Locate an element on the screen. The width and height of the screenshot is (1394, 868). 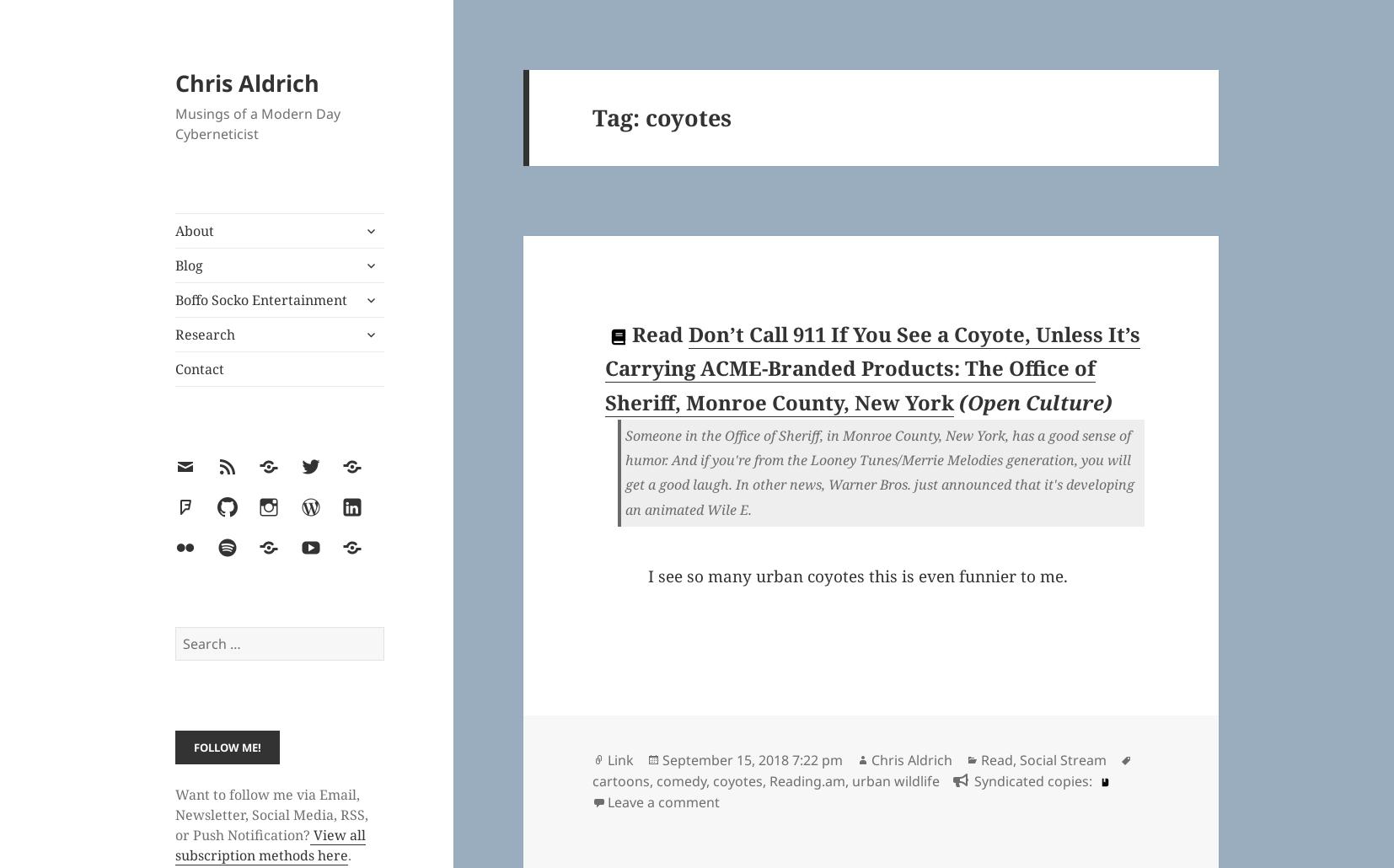
'Want to follow me via Email, Newsletter, Social Media, RSS, or Push Notification?' is located at coordinates (271, 813).